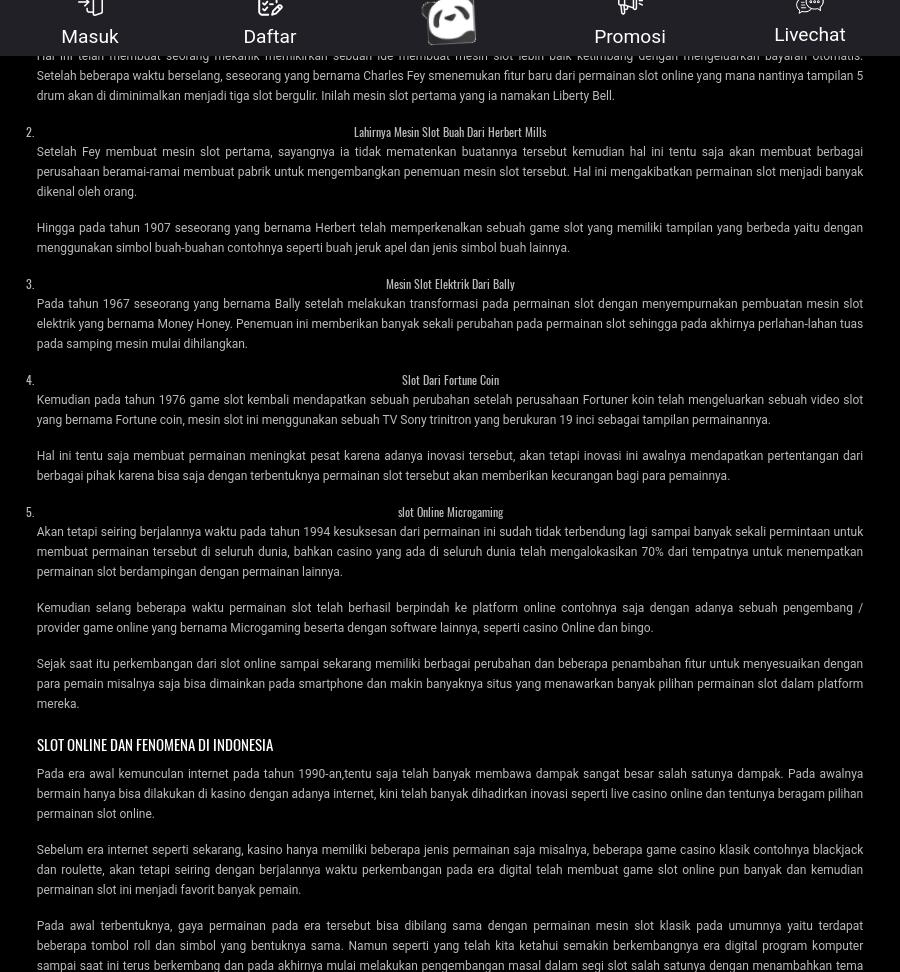  I want to click on 'Hingga pada tahun 1907 seseorang yang bernama Herbert telah memperkenalkan sebuah game slot yang memiliki tampilan yang berbeda yaitu dengan menggunakan simbol buah-buahan contohnya seperti buah jeruk apel dan jenis simbol buah lainnya.', so click(449, 235).